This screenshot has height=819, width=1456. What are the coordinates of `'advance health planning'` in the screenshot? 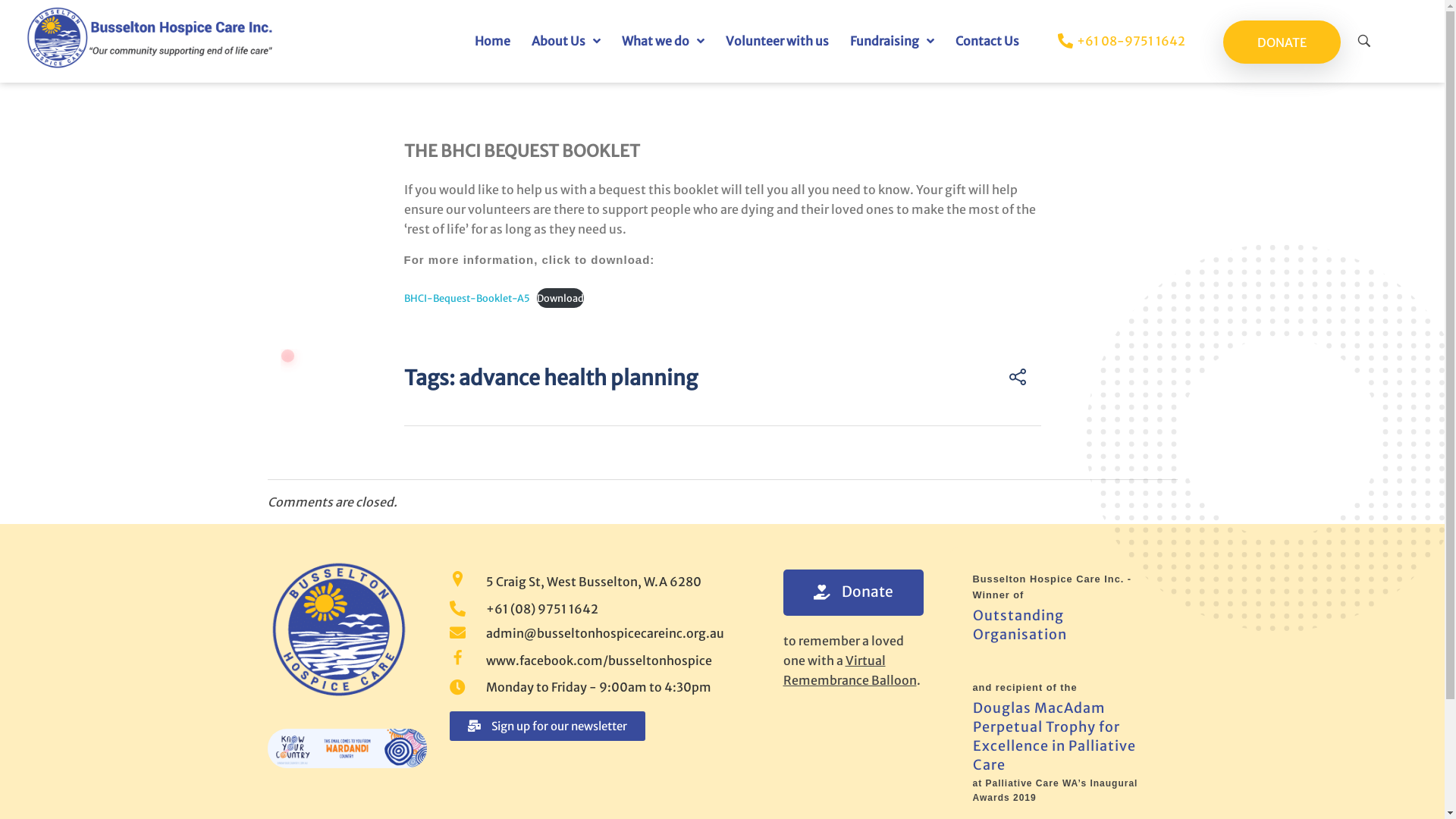 It's located at (576, 376).